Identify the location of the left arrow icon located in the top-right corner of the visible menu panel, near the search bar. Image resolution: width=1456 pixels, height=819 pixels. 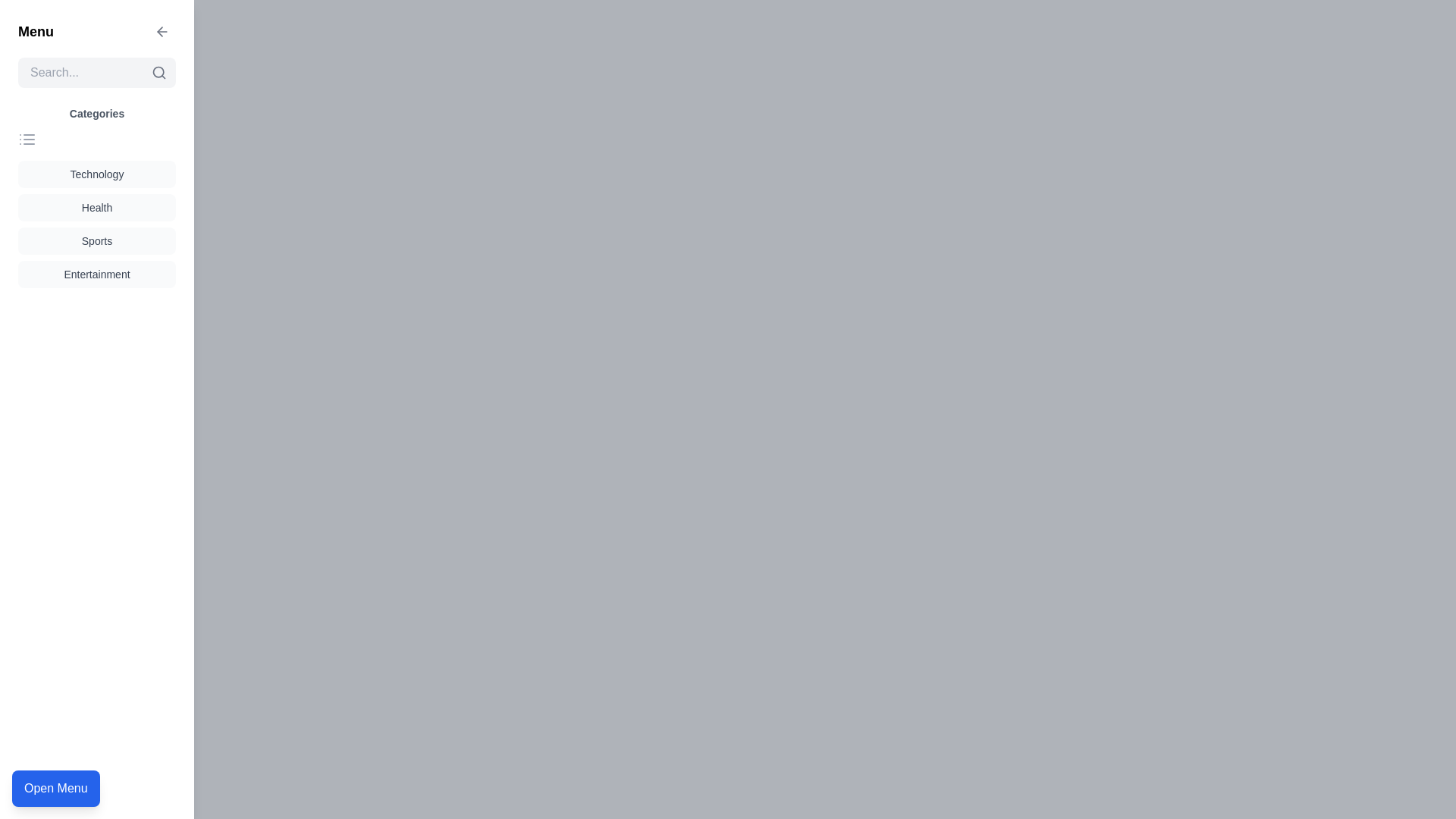
(160, 32).